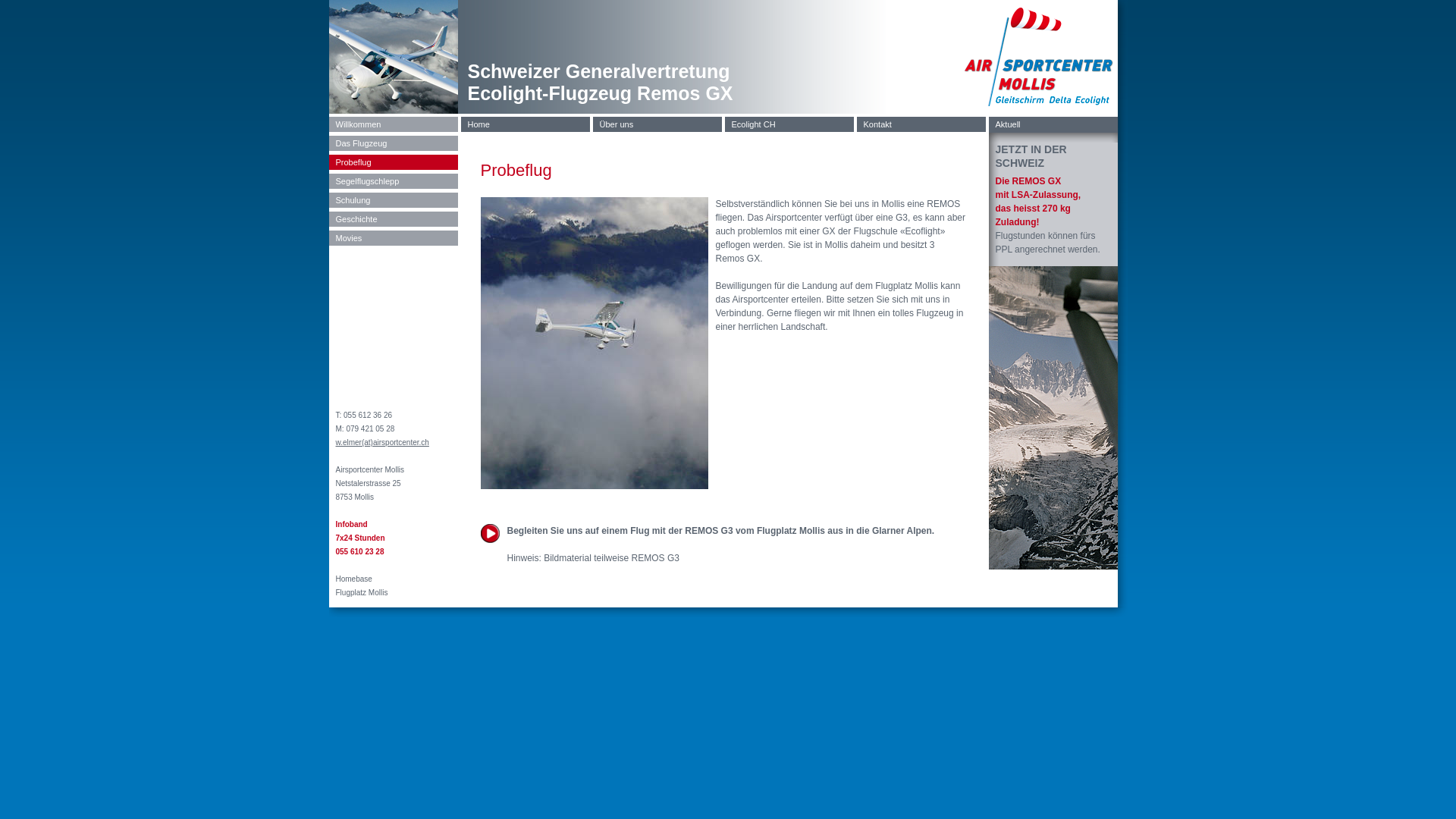 The image size is (1456, 819). I want to click on 'Geschichte', so click(328, 219).